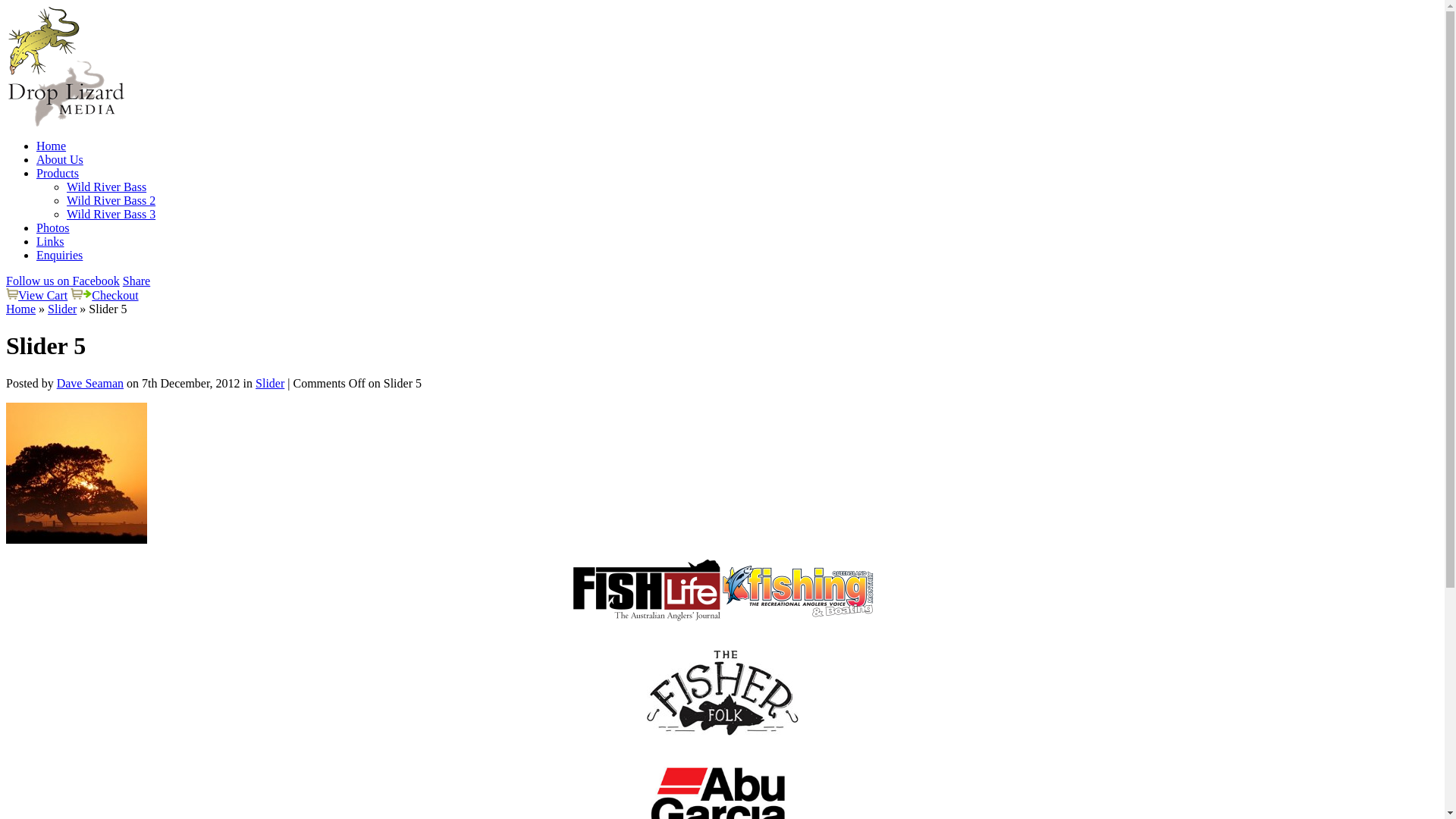  What do you see at coordinates (50, 240) in the screenshot?
I see `'Links'` at bounding box center [50, 240].